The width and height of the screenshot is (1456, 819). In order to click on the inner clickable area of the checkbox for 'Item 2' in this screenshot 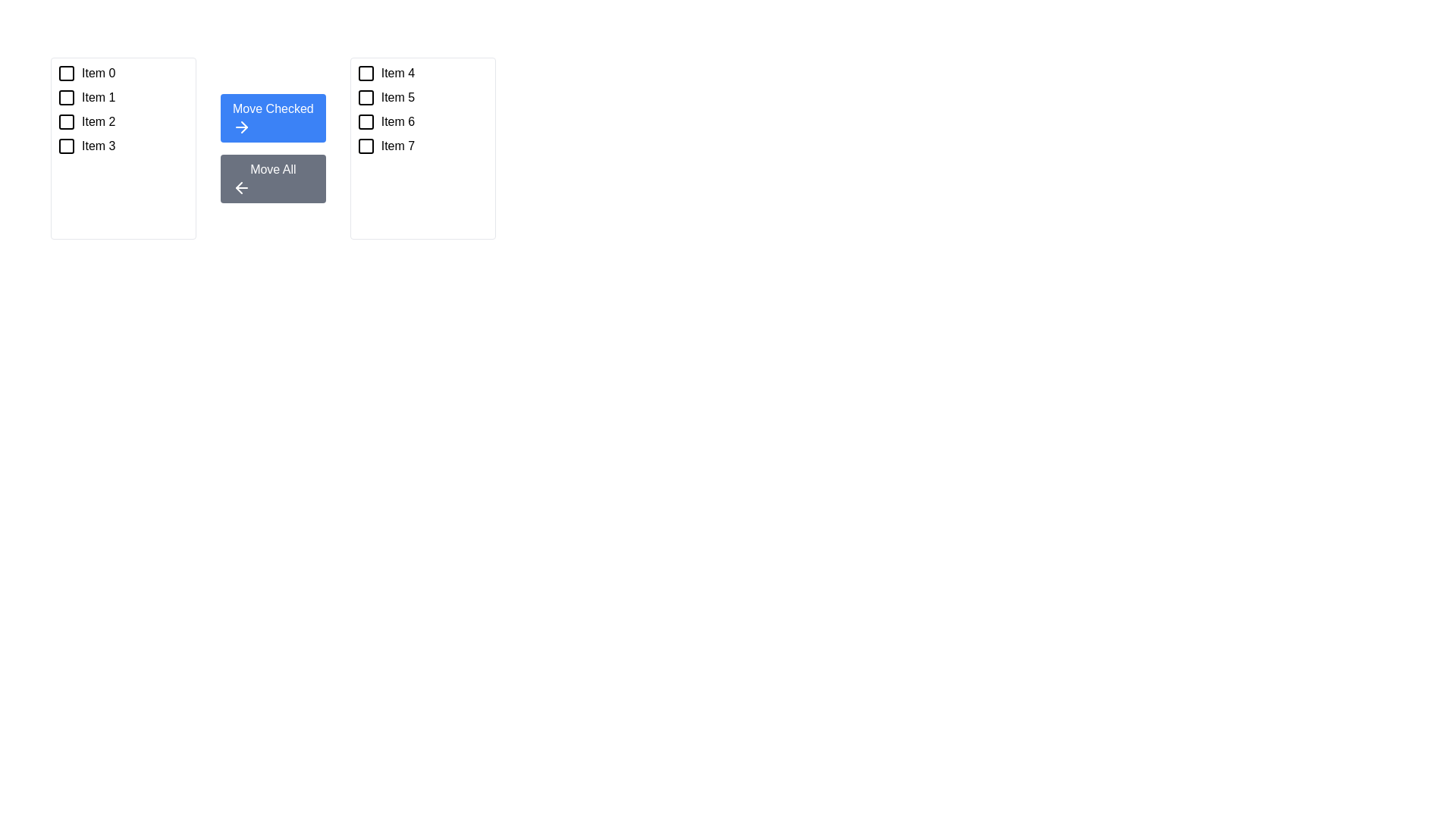, I will do `click(65, 121)`.